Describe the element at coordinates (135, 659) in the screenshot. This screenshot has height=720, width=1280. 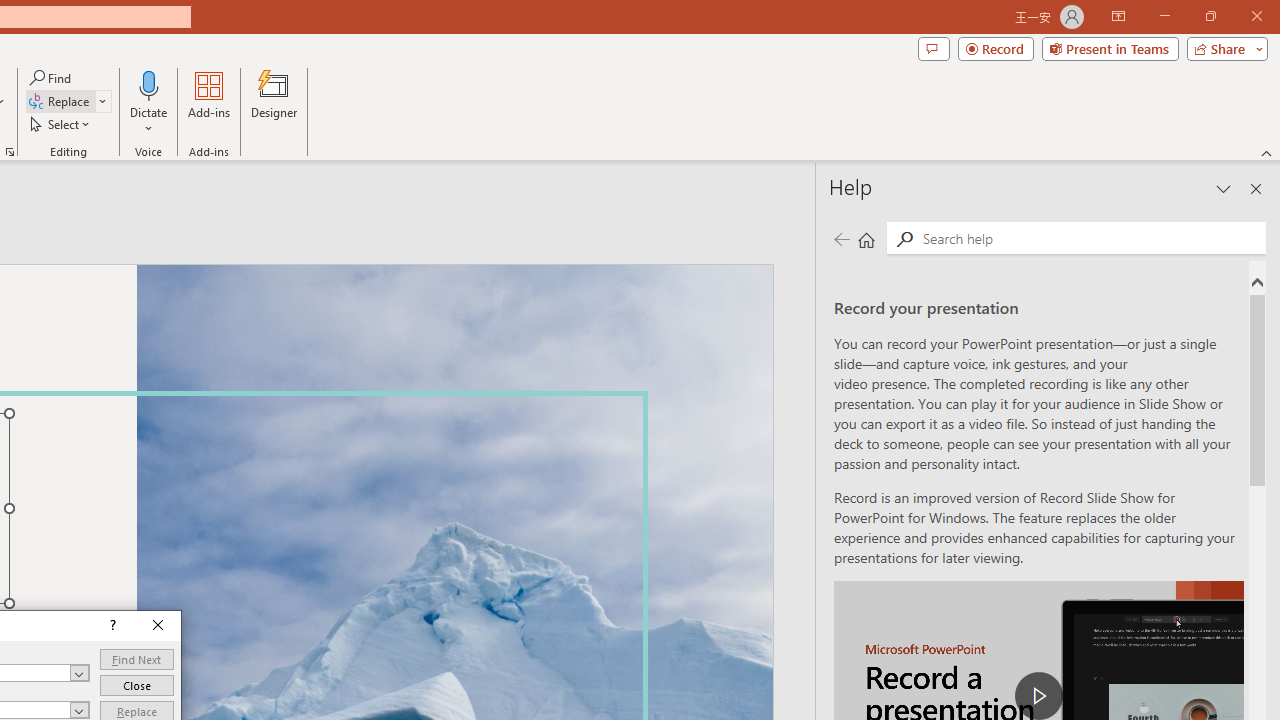
I see `'Find Next'` at that location.